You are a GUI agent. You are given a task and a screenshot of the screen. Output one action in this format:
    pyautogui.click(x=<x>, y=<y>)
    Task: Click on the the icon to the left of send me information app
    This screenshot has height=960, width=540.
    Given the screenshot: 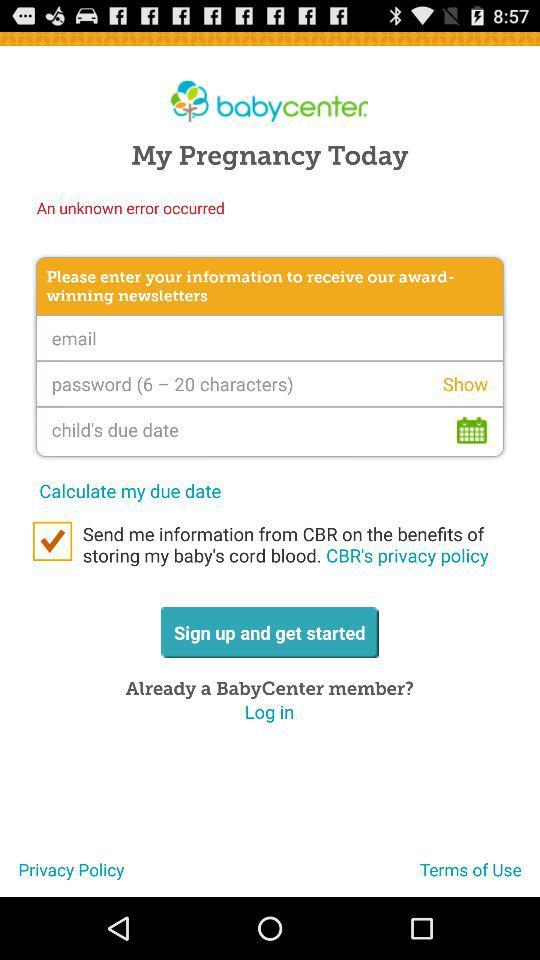 What is the action you would take?
    pyautogui.click(x=52, y=541)
    